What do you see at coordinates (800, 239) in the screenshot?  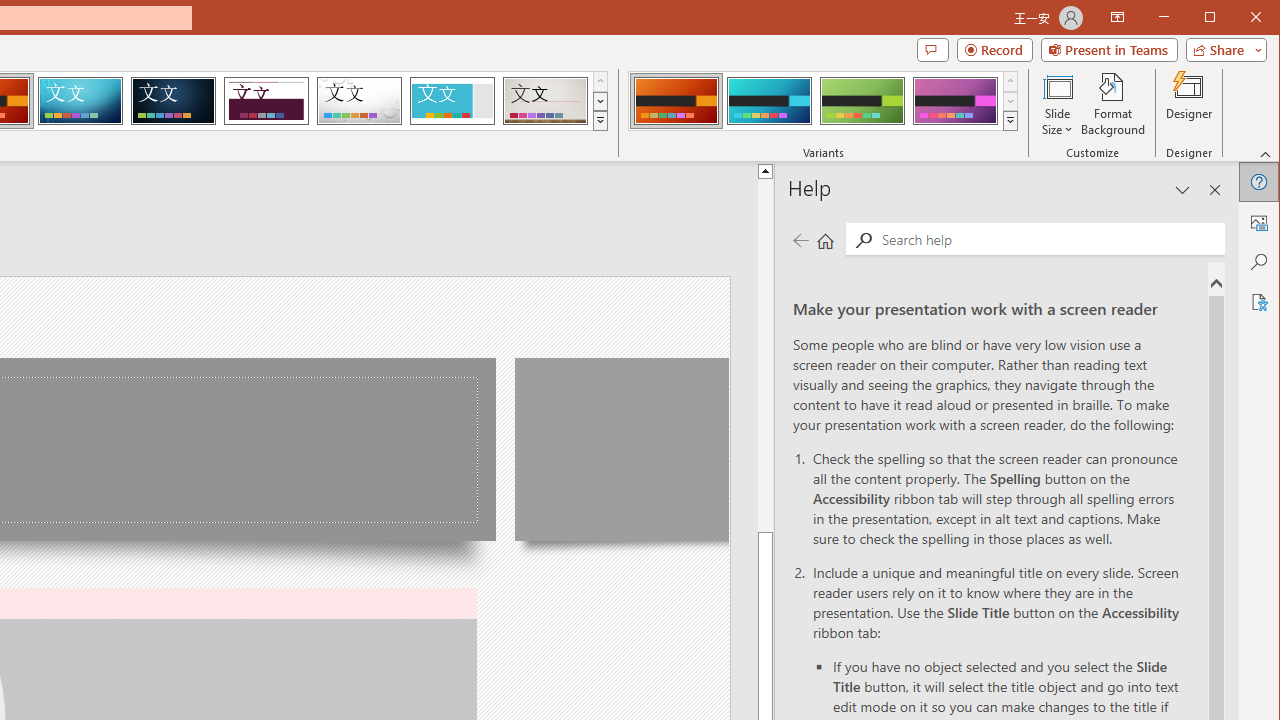 I see `'Previous page'` at bounding box center [800, 239].